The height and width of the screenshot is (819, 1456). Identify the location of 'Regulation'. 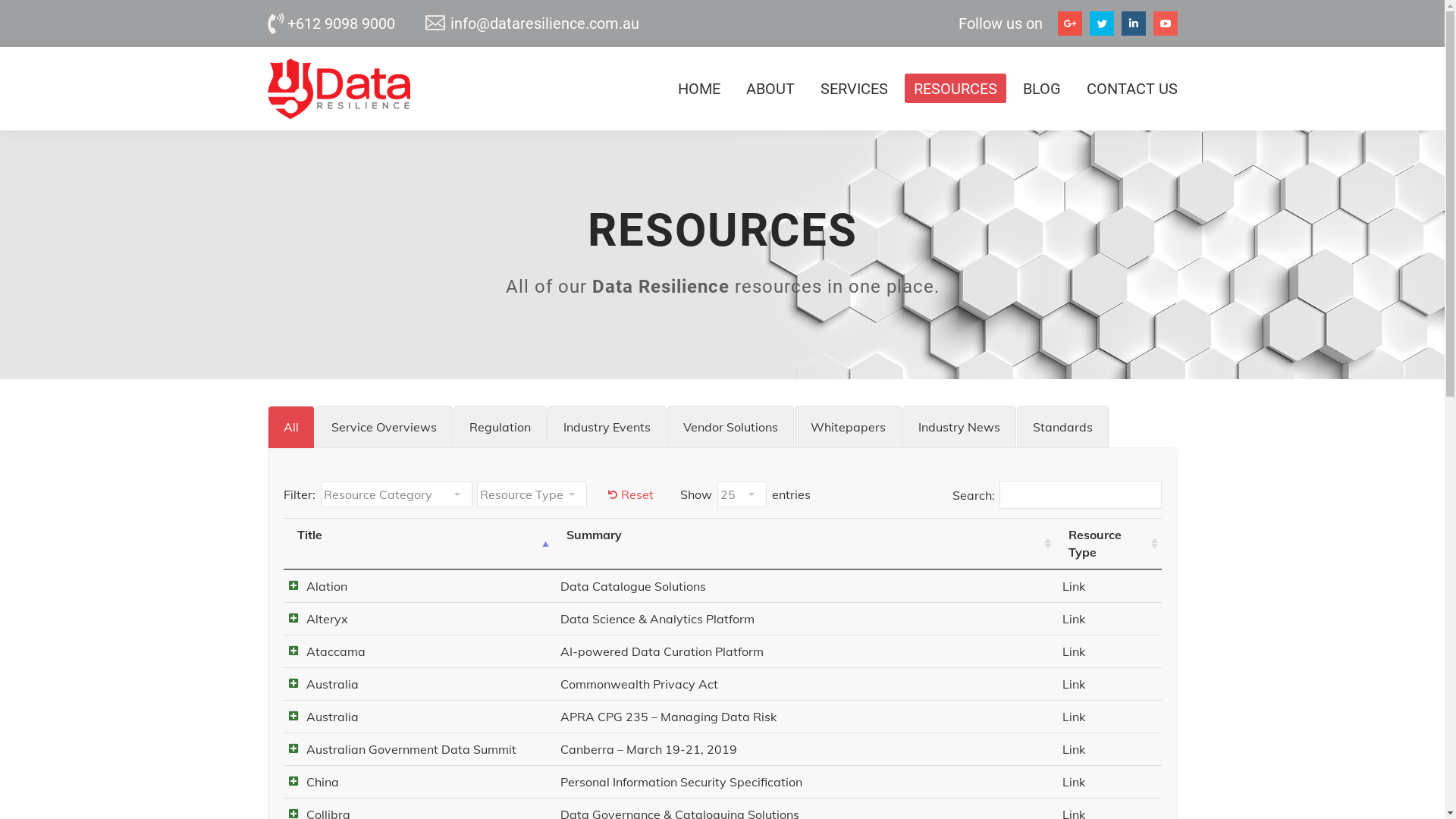
(500, 427).